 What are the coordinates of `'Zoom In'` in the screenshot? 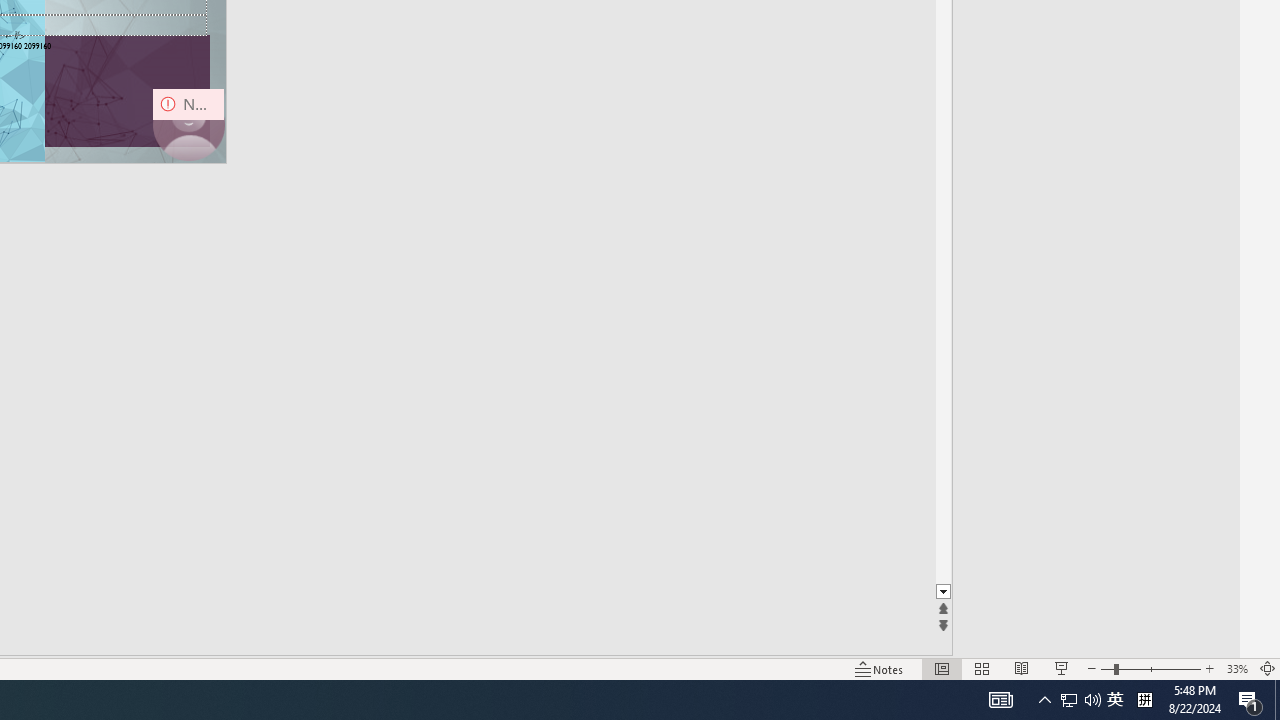 It's located at (1208, 669).